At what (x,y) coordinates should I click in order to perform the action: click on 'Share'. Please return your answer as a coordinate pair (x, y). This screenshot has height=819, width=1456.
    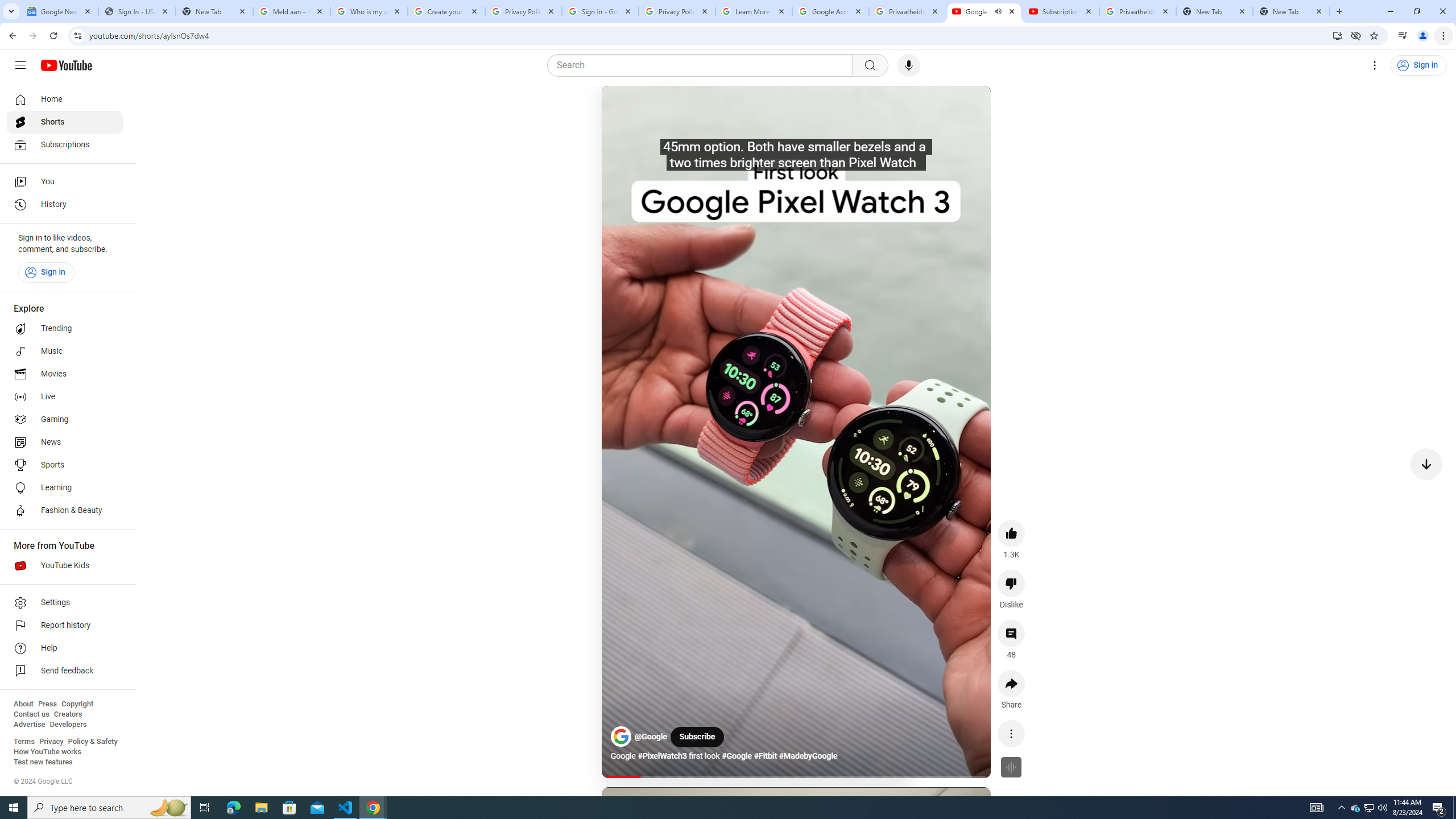
    Looking at the image, I should click on (1011, 682).